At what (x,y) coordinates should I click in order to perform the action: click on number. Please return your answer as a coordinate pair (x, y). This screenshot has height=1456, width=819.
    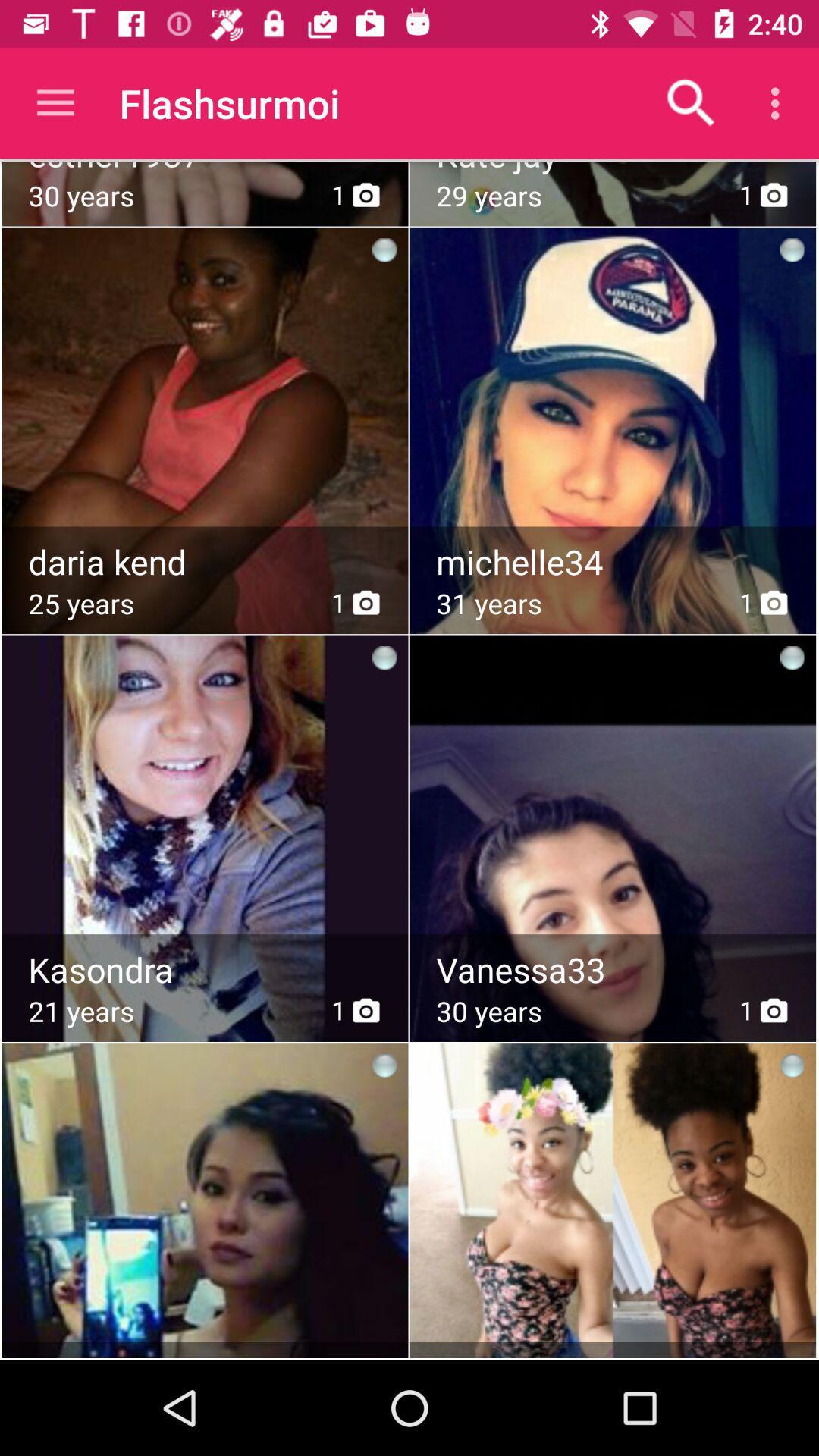
    Looking at the image, I should click on (614, 561).